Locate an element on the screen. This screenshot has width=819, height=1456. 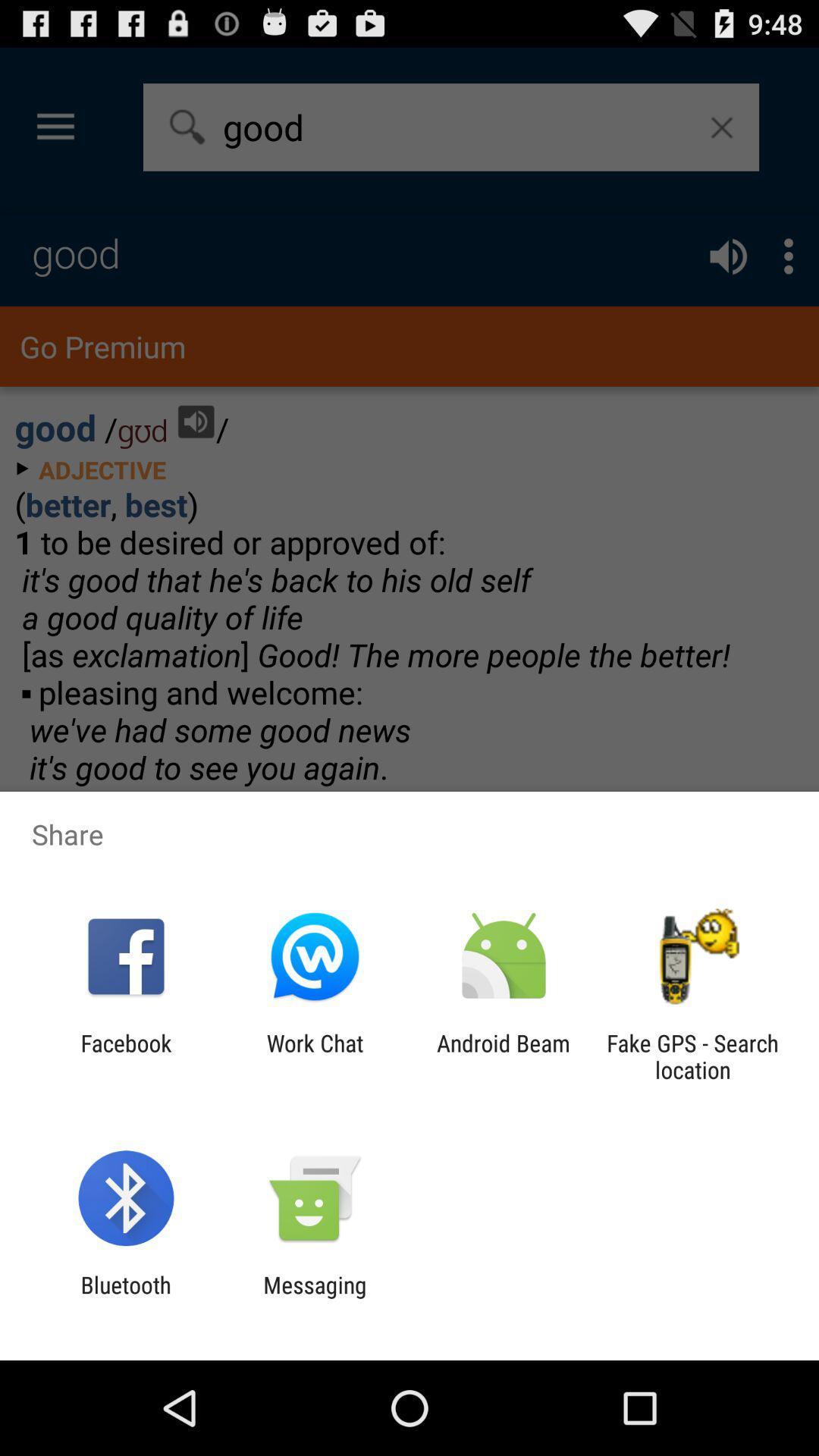
item next to the bluetooth item is located at coordinates (314, 1298).